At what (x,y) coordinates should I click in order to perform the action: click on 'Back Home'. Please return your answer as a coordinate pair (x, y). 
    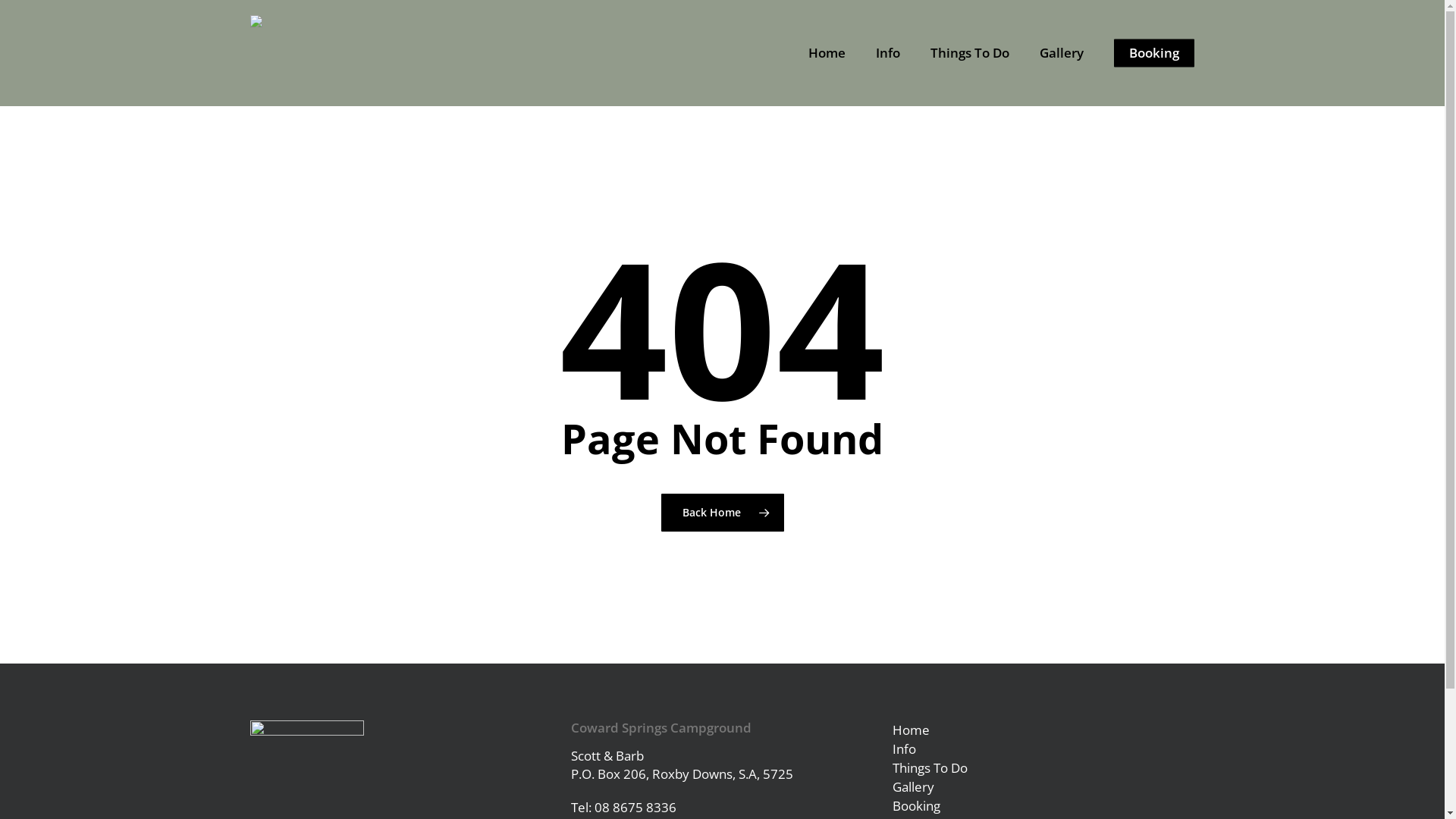
    Looking at the image, I should click on (722, 512).